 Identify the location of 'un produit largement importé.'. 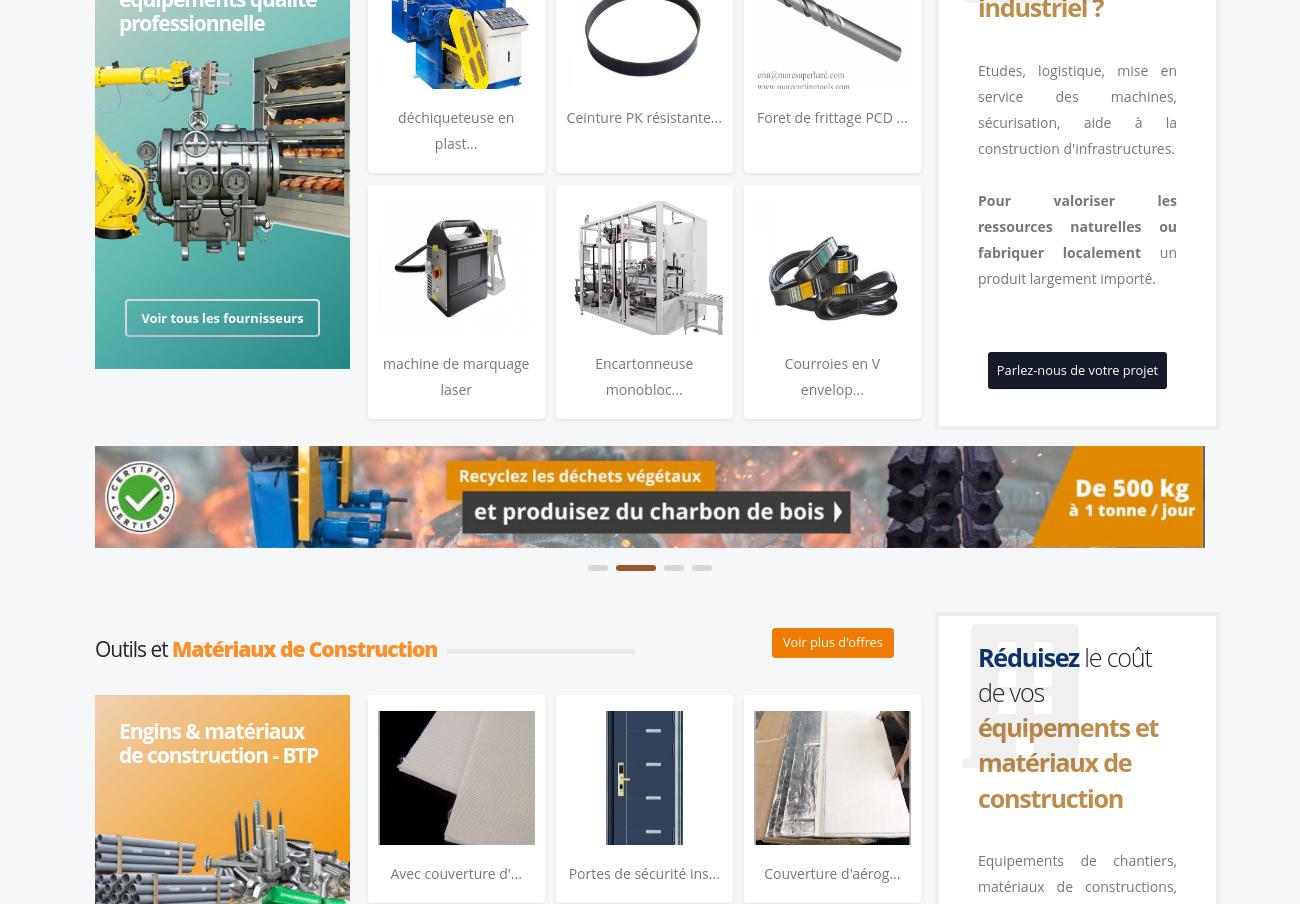
(1077, 263).